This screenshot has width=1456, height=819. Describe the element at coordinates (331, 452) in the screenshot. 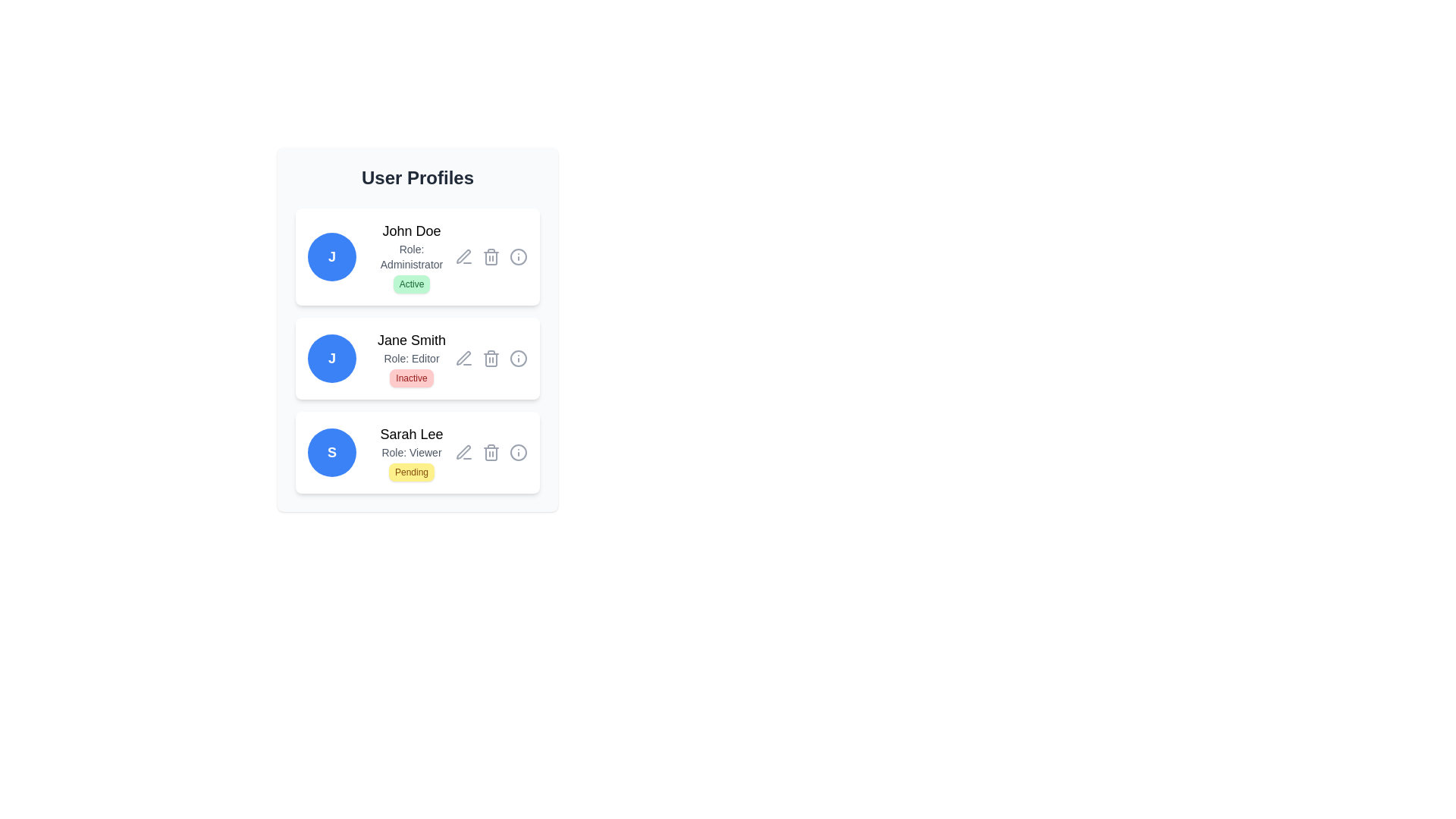

I see `the circular badge with a blue background and white 'S' text, which serves as the avatar placeholder for 'Sarah Lee' in the user profiles section` at that location.